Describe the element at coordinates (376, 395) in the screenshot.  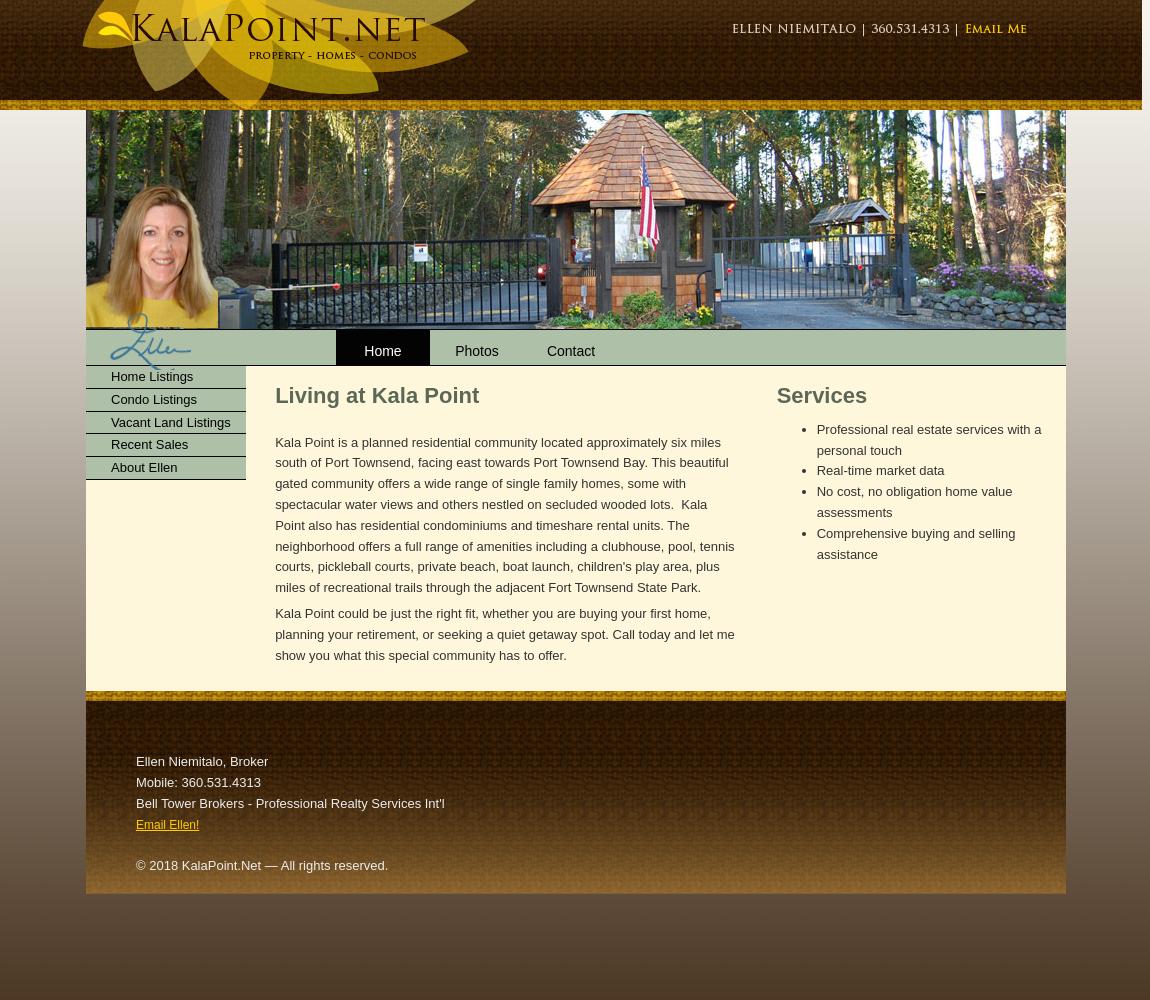
I see `'Living at Kala Point'` at that location.